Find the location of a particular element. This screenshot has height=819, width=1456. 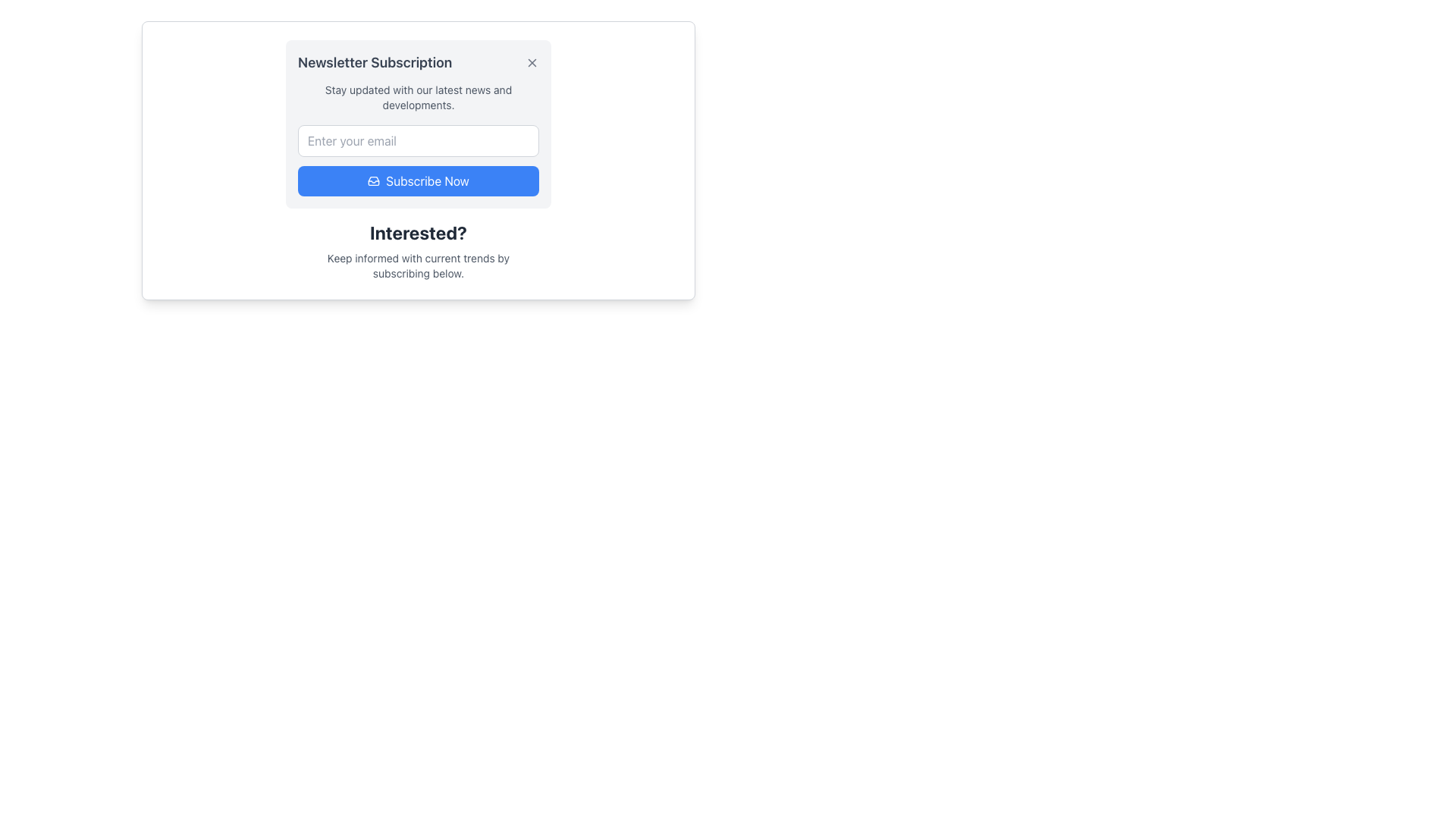

the text label that contains the word 'Interested?' which is styled in bold and larger font size, centrally placed above the descriptive text in dark gray color is located at coordinates (419, 233).